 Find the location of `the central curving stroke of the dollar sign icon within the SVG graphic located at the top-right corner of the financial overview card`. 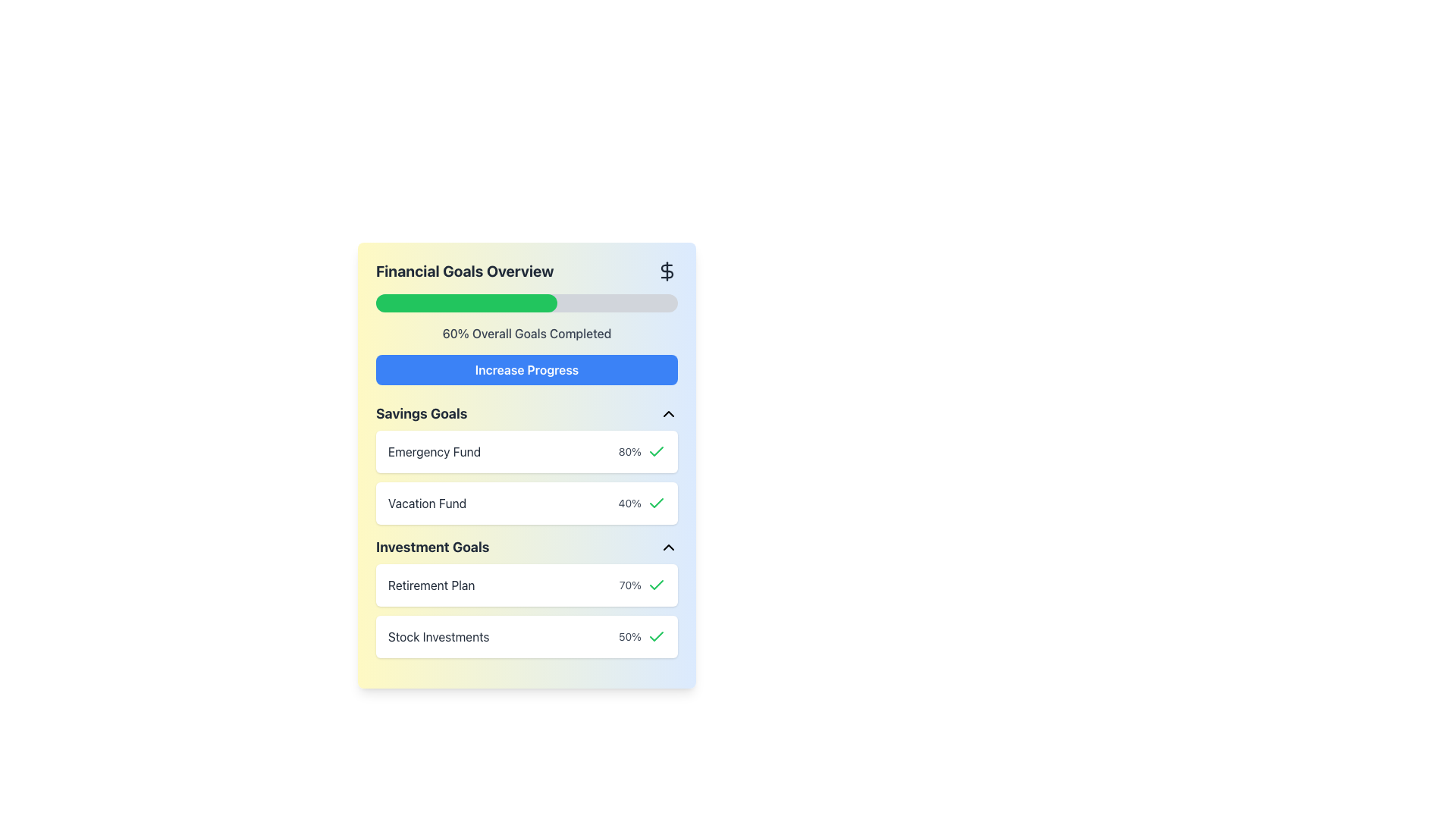

the central curving stroke of the dollar sign icon within the SVG graphic located at the top-right corner of the financial overview card is located at coordinates (667, 271).